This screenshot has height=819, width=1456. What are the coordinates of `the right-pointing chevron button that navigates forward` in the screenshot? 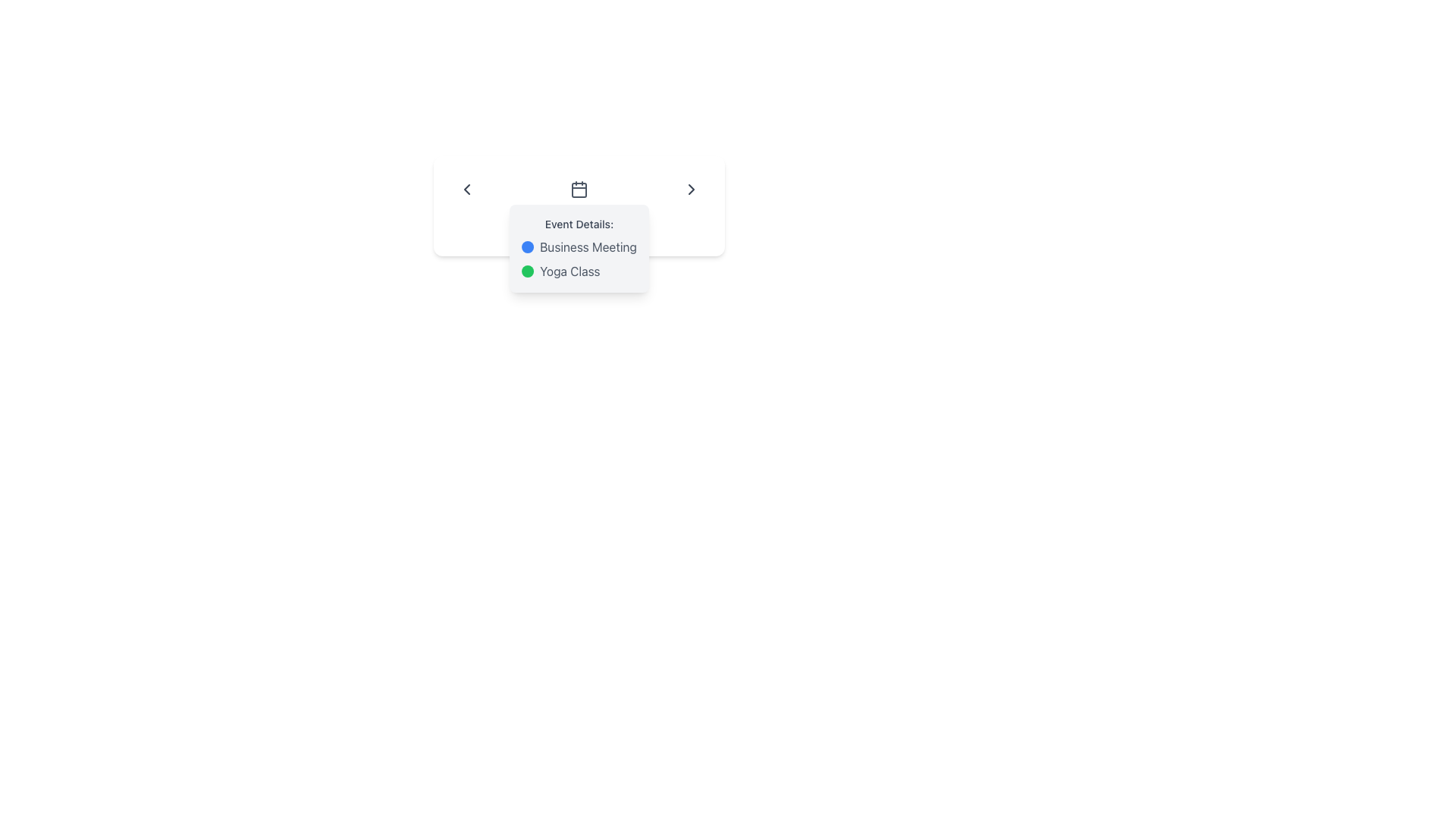 It's located at (691, 189).